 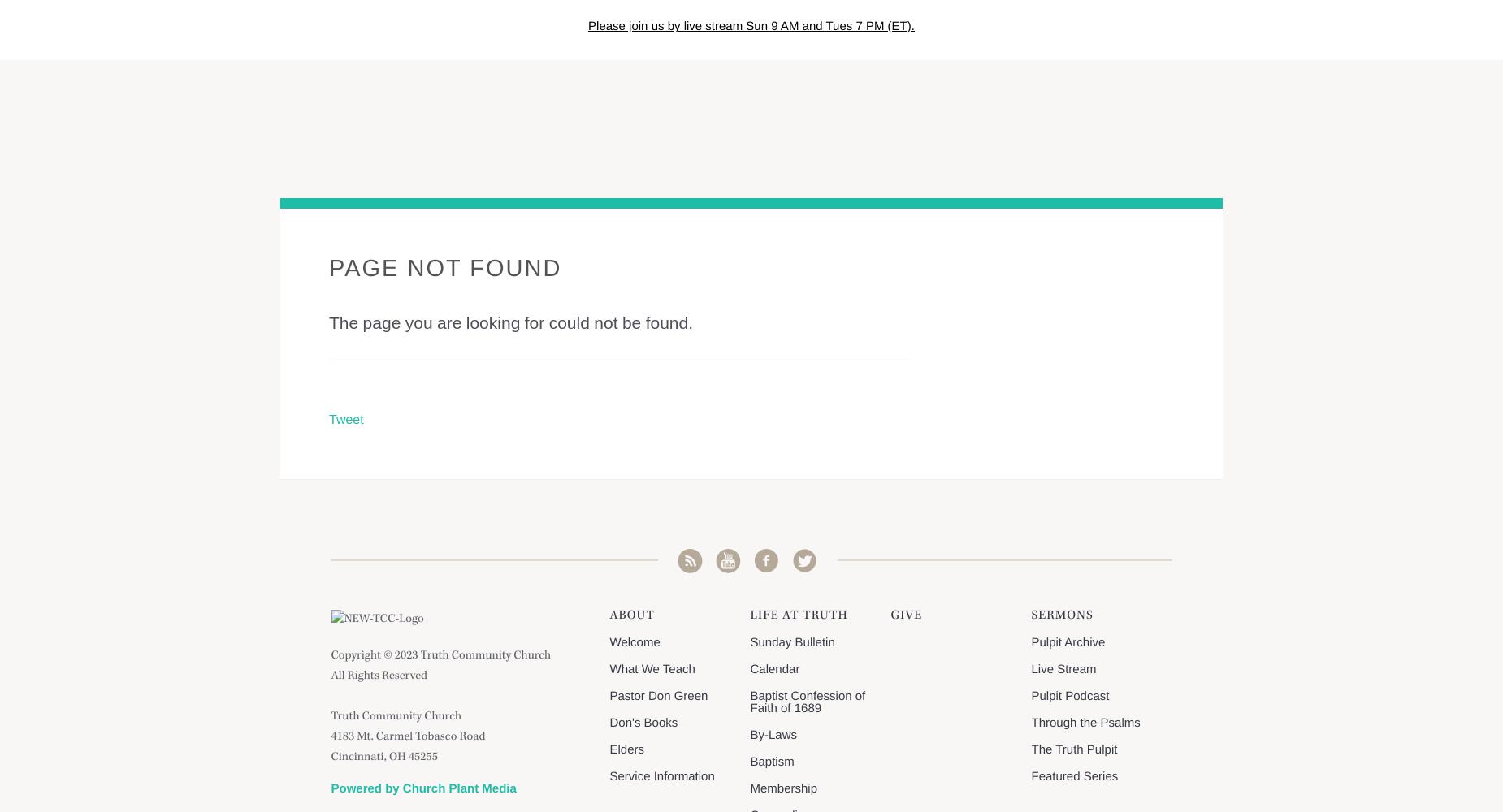 What do you see at coordinates (330, 788) in the screenshot?
I see `'Powered by Church Plant Media'` at bounding box center [330, 788].